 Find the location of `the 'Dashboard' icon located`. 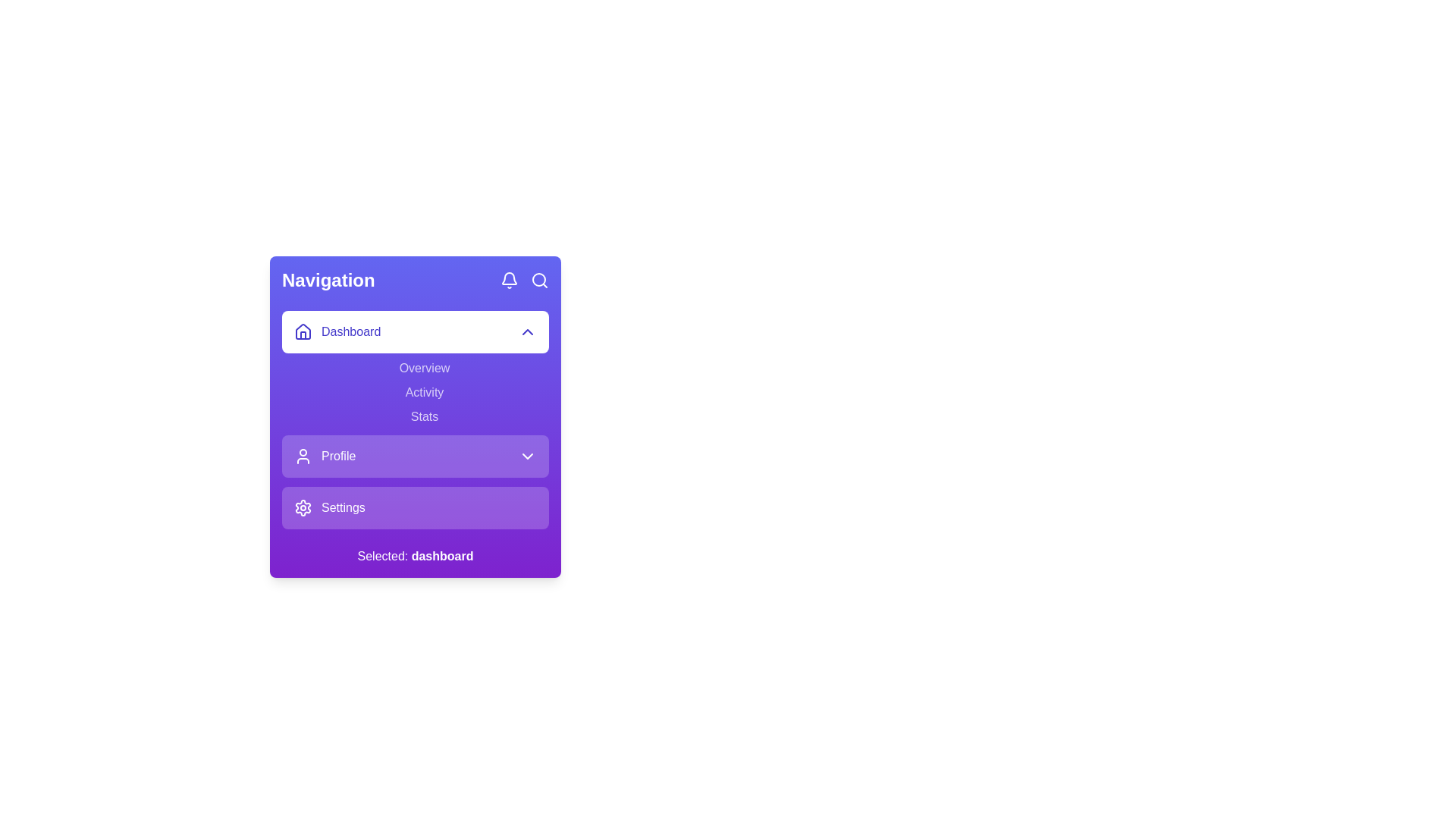

the 'Dashboard' icon located is located at coordinates (303, 331).